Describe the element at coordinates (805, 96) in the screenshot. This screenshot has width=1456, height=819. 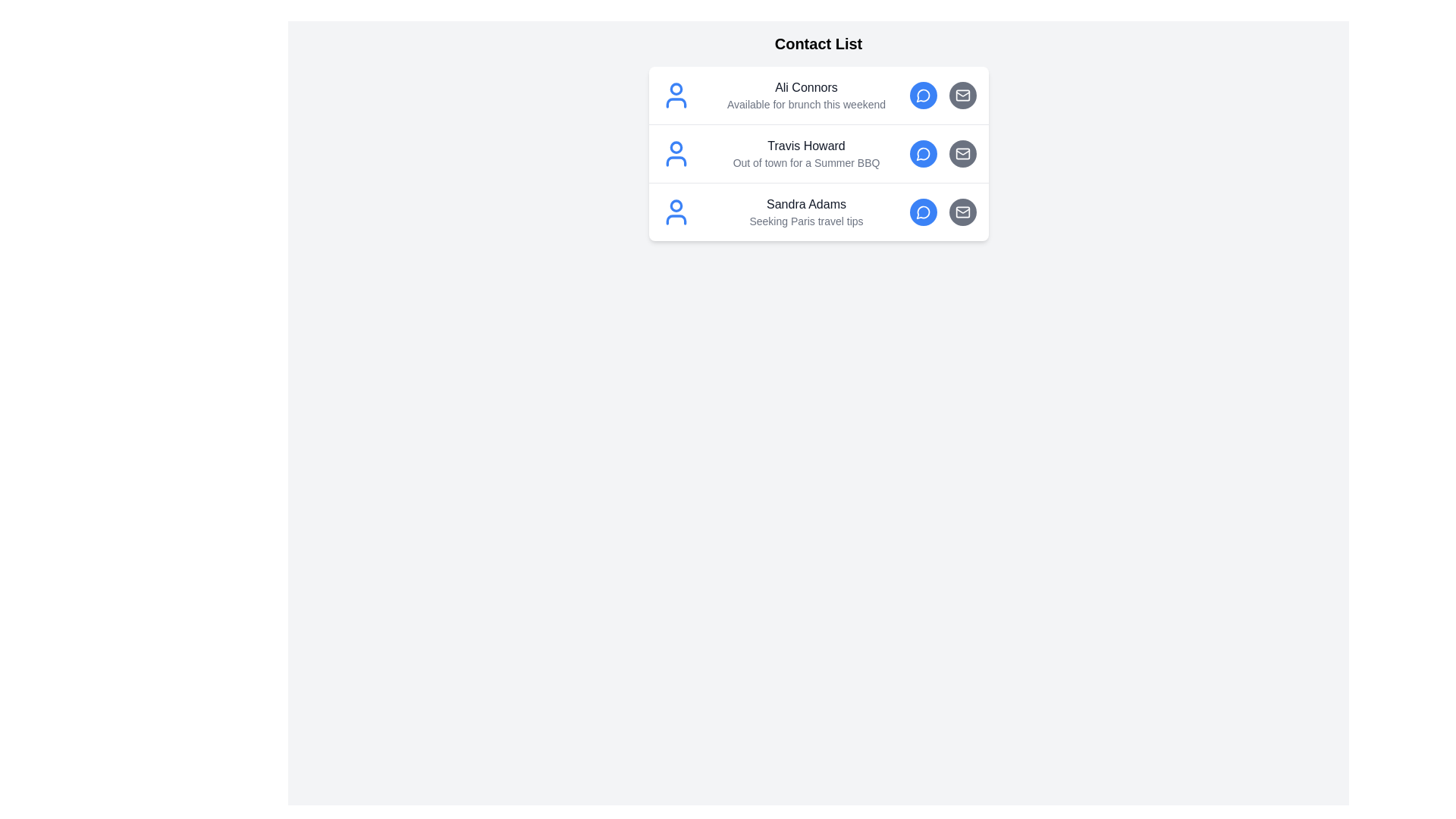
I see `the topmost Contact List Item displaying 'Ali Connors'` at that location.